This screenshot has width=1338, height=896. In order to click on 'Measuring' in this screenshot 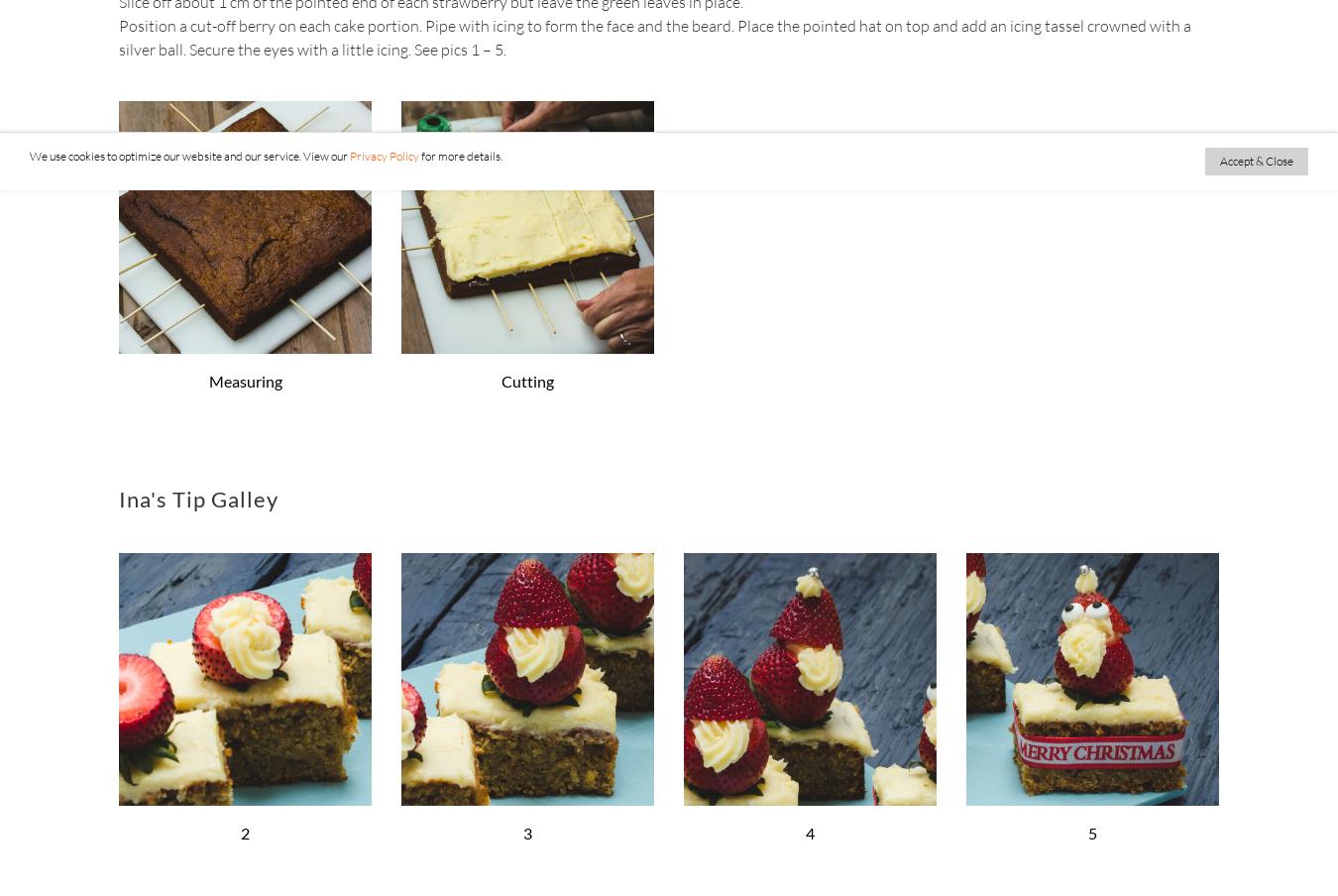, I will do `click(244, 379)`.